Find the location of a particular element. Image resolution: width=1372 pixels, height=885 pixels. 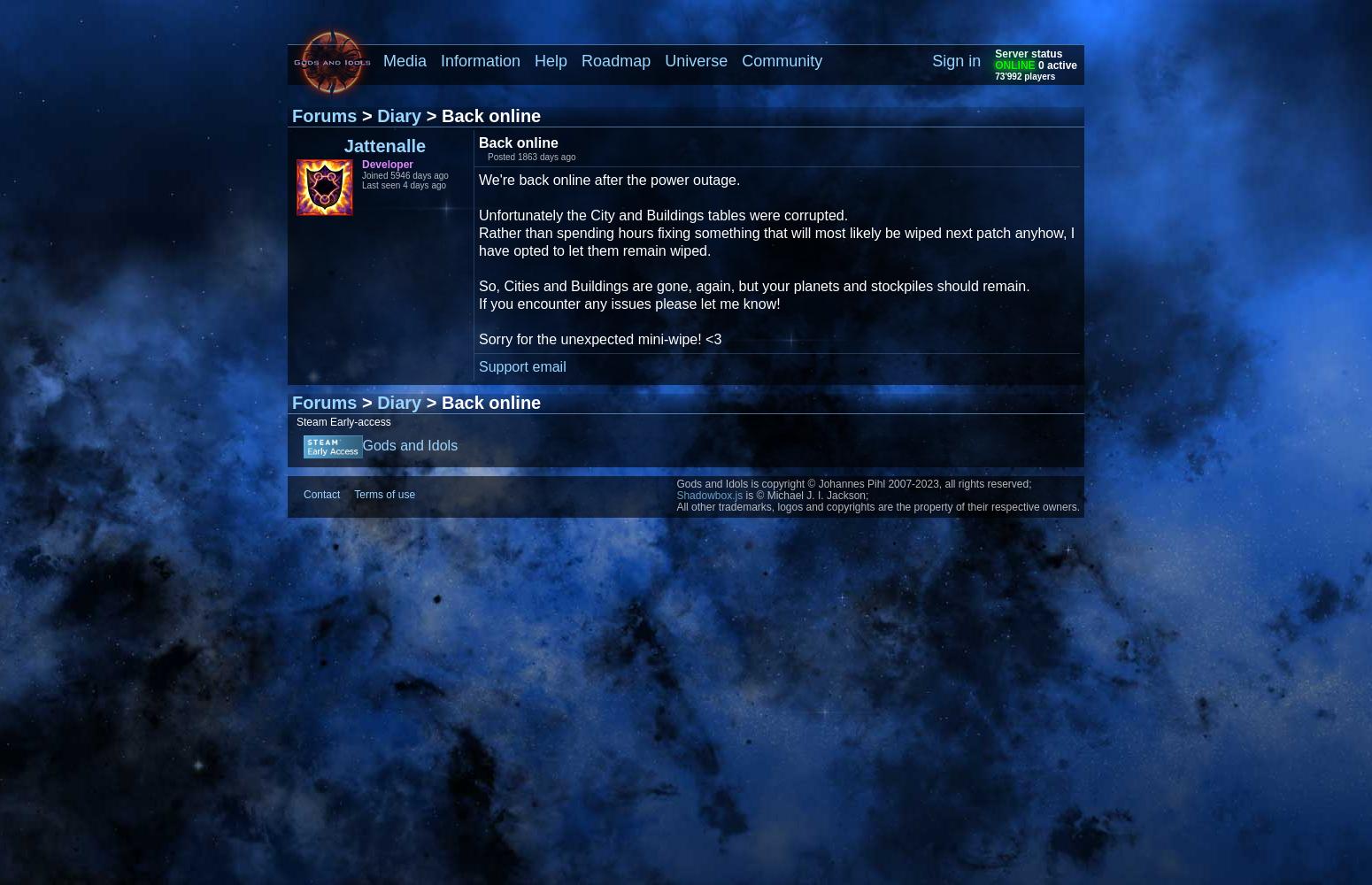

'Back online' is located at coordinates (477, 142).